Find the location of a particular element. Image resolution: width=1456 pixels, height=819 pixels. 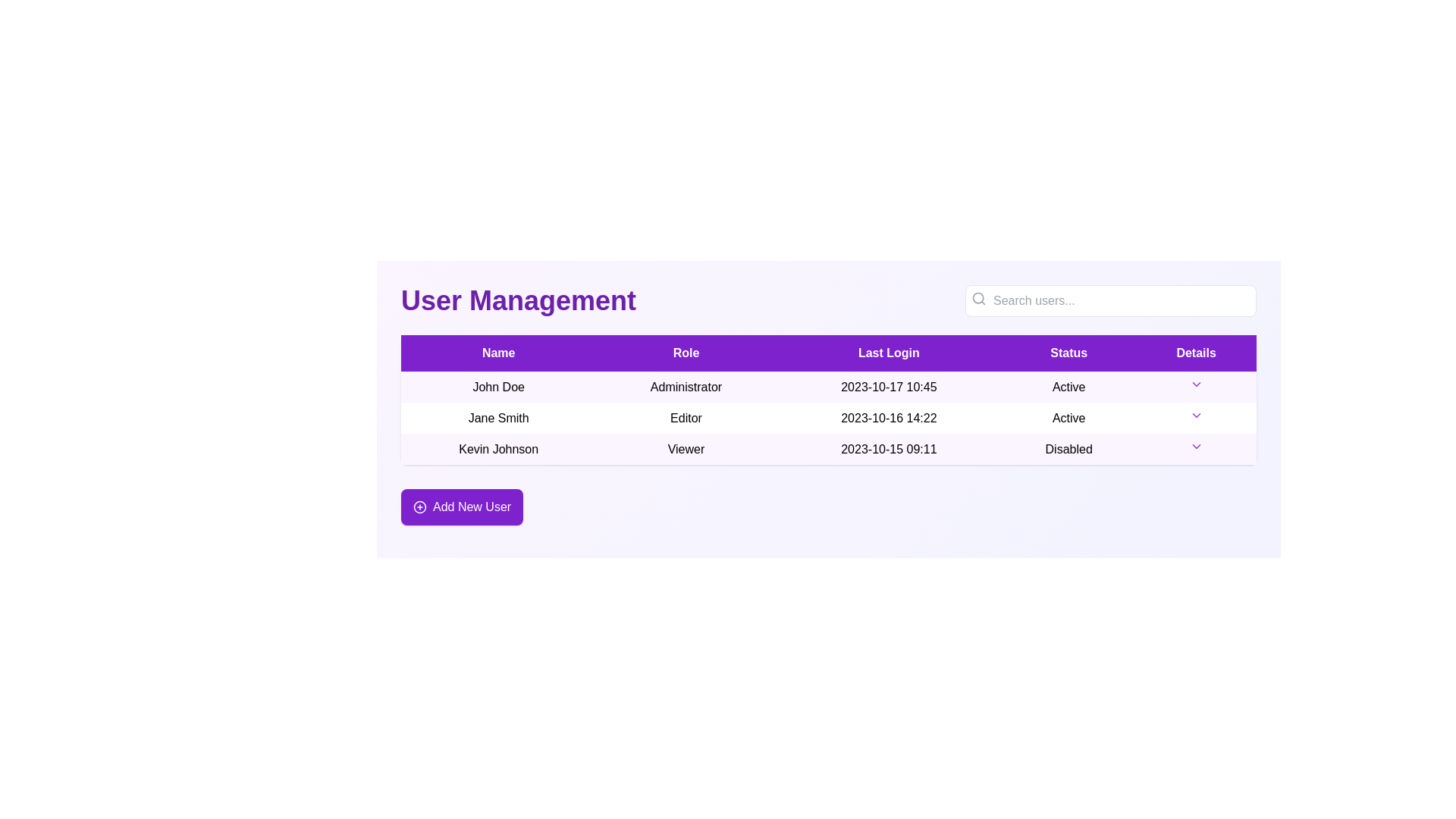

the text label displaying '2023-10-16 14:22' located in the 'Last Login' column of the 'Jane Smith' row in the table is located at coordinates (889, 418).